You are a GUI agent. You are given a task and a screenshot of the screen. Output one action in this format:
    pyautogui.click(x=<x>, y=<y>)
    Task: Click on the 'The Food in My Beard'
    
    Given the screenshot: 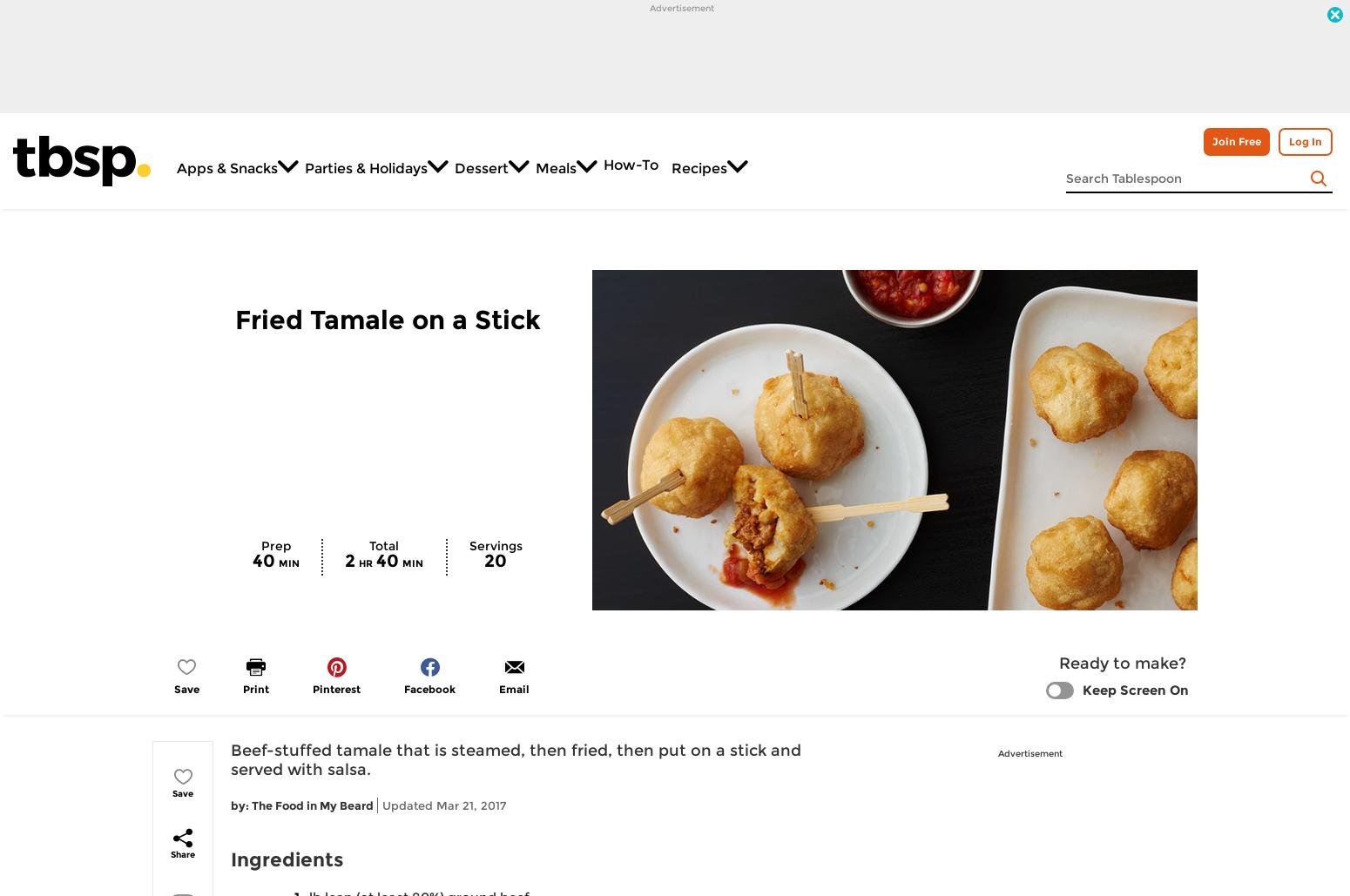 What is the action you would take?
    pyautogui.click(x=311, y=805)
    